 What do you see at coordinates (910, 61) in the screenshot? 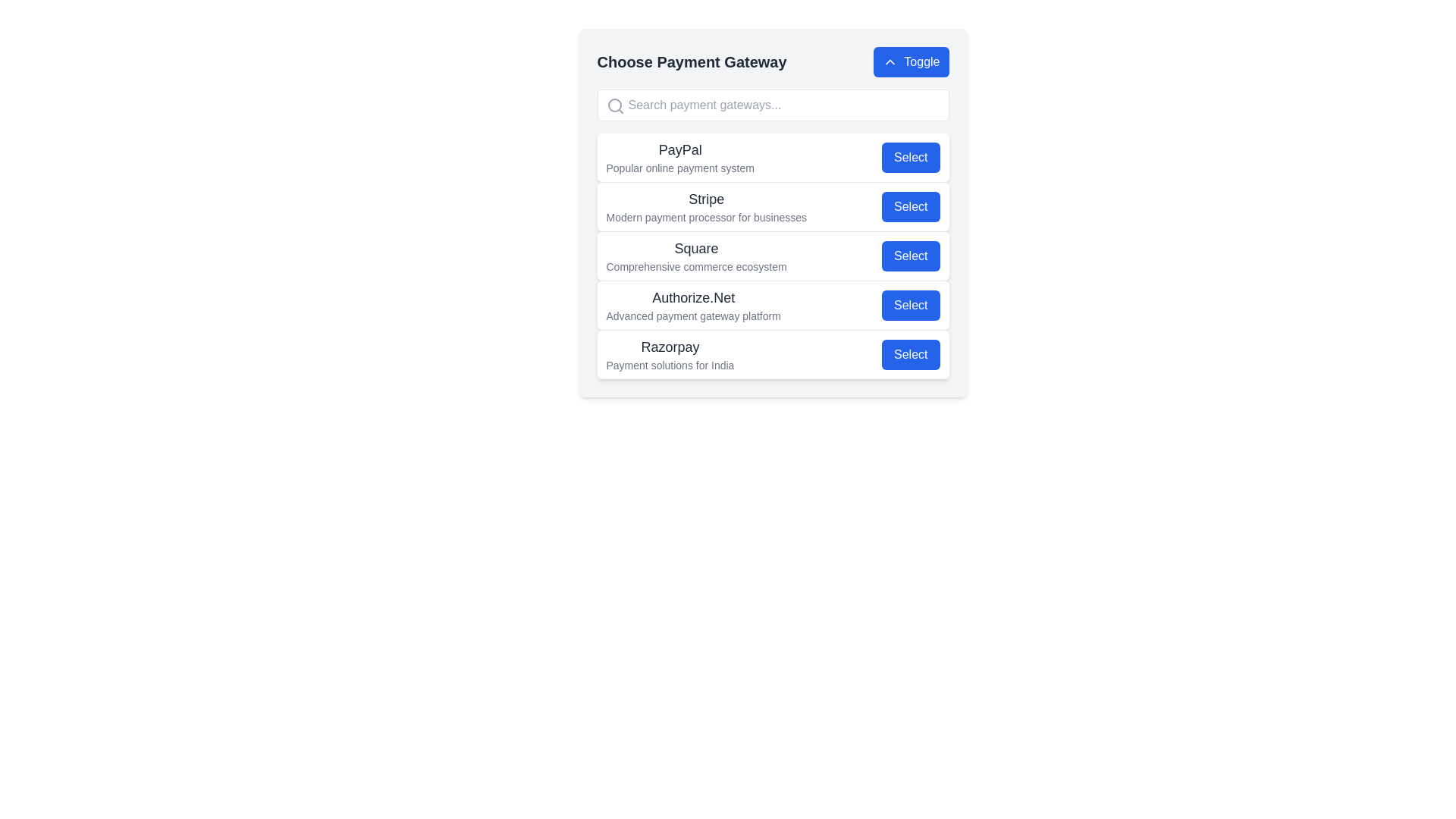
I see `the 'Toggle' button, which is a rectangular button with a blue background and white text, located to the right of the header 'Choose Payment Gateway'` at bounding box center [910, 61].